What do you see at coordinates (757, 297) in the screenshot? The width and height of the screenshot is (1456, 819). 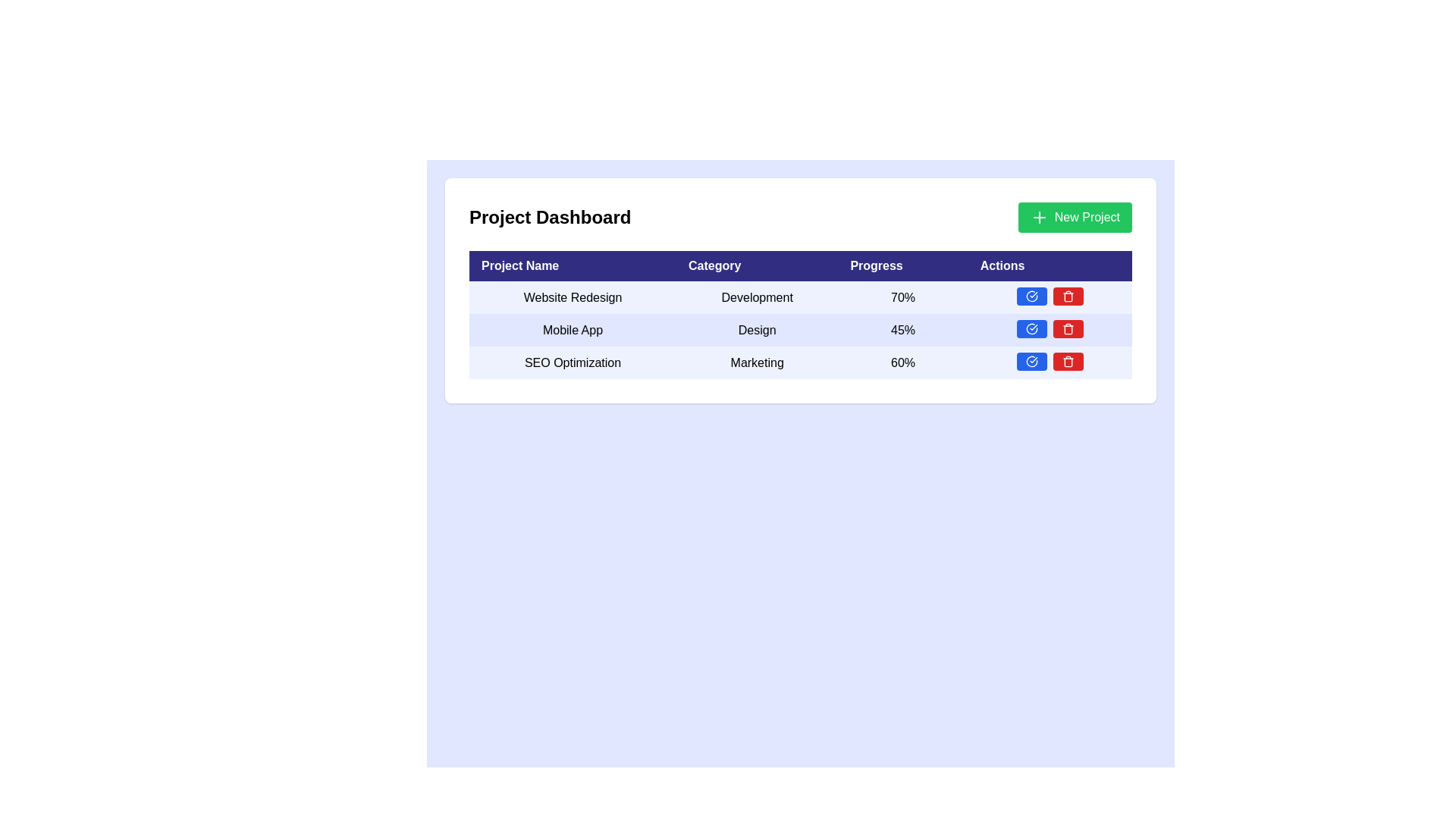 I see `text in the Text Display Cell that signifies the category associated with the 'Website Redesign' project, located in the second column of the first row in the main table of the 'Project Dashboard' section` at bounding box center [757, 297].